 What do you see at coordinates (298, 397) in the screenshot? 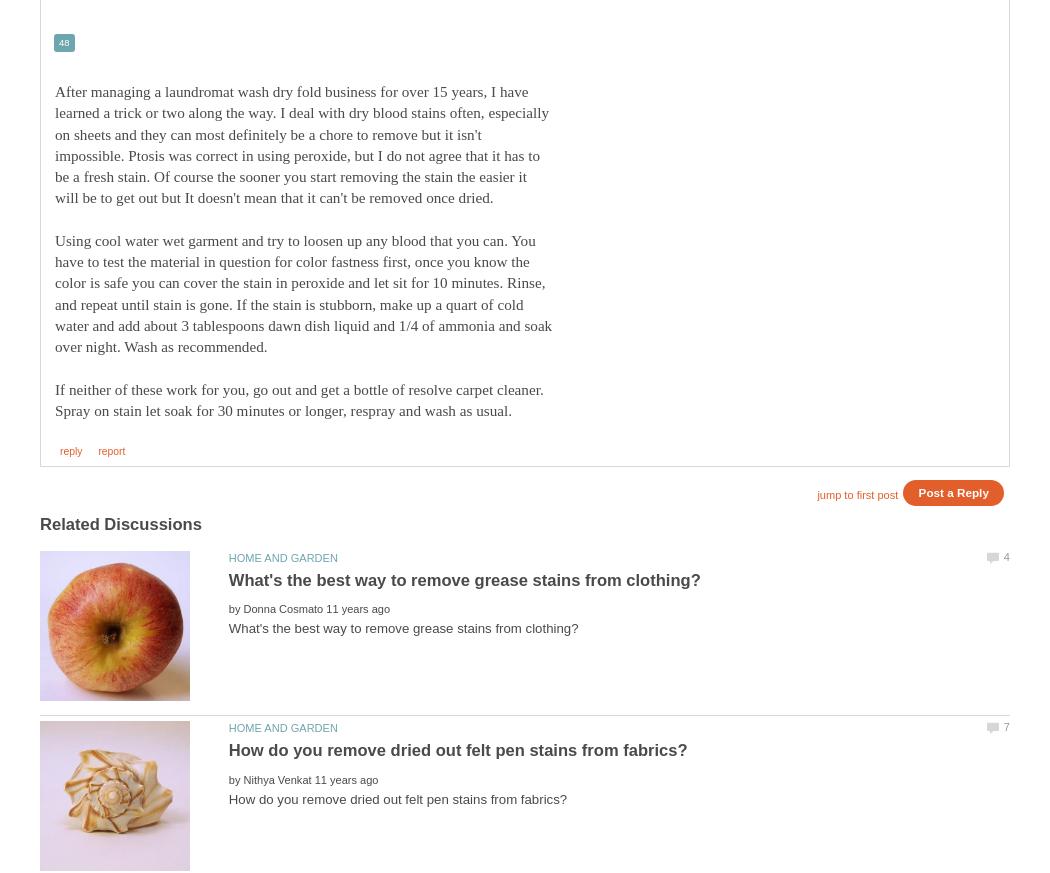
I see `'If neither of these work for you, go out and get a bottle of resolve carpet cleaner. Spray on stain let soak for 30 minutes or longer, respray and wash as usual.'` at bounding box center [298, 397].